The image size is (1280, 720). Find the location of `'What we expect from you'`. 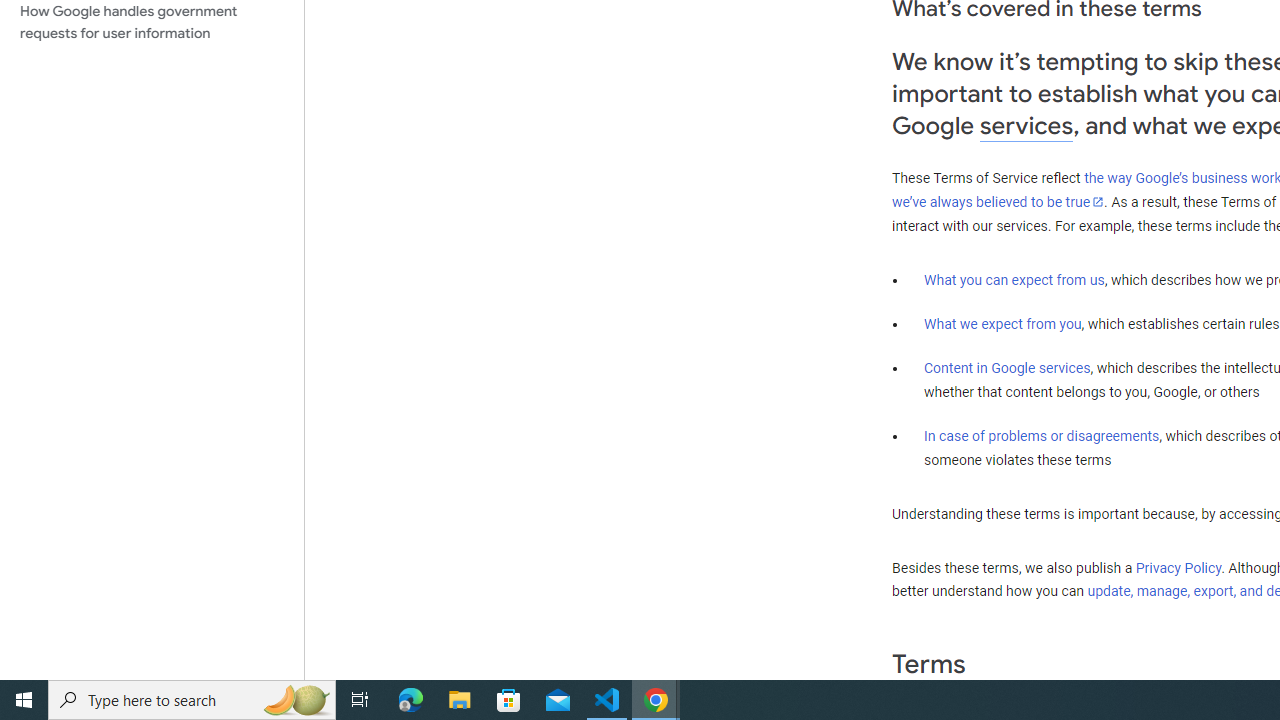

'What we expect from you' is located at coordinates (1002, 323).